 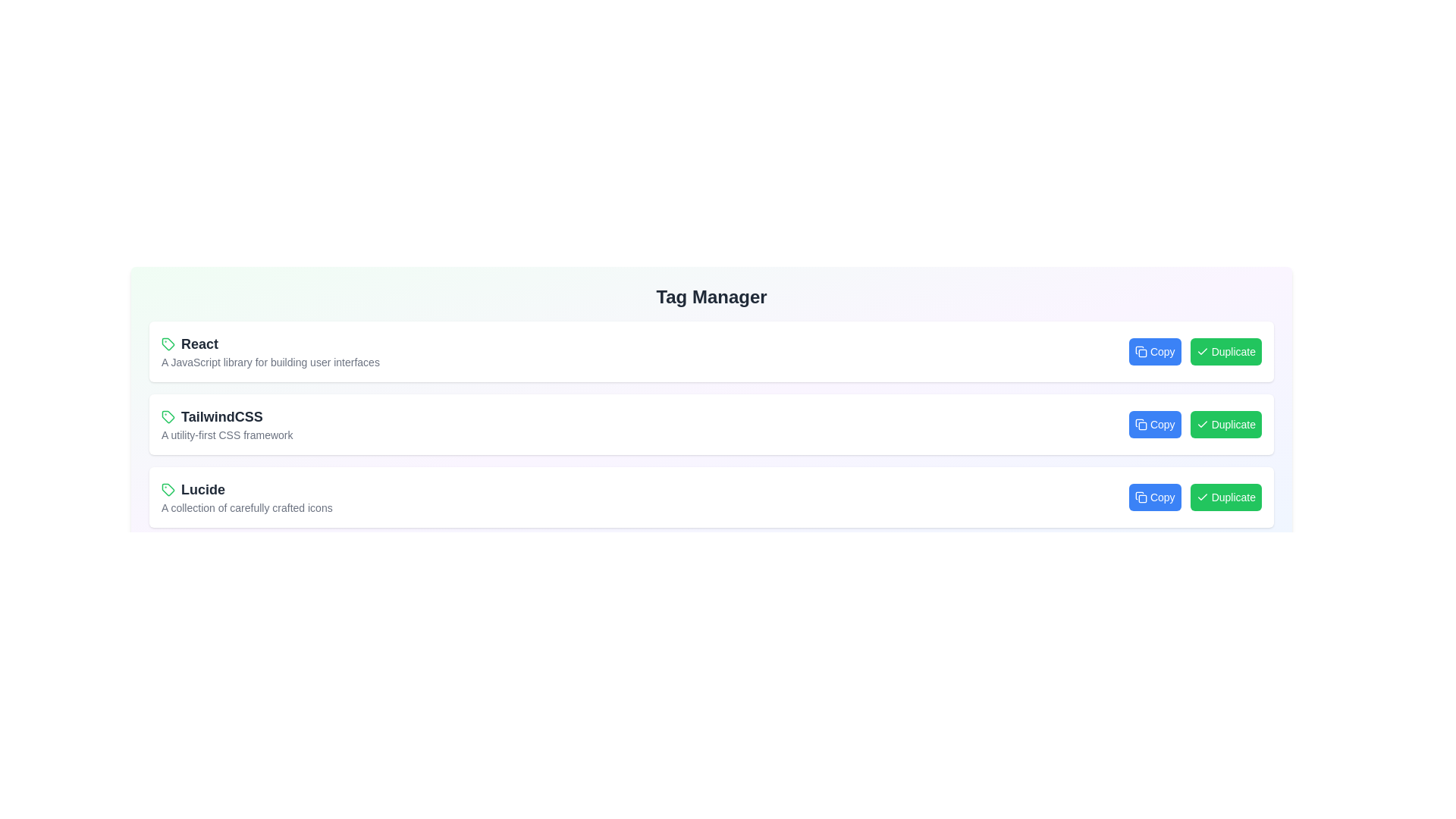 I want to click on the 'Copy' button associated with the tag TailwindCSS, so click(x=1154, y=424).